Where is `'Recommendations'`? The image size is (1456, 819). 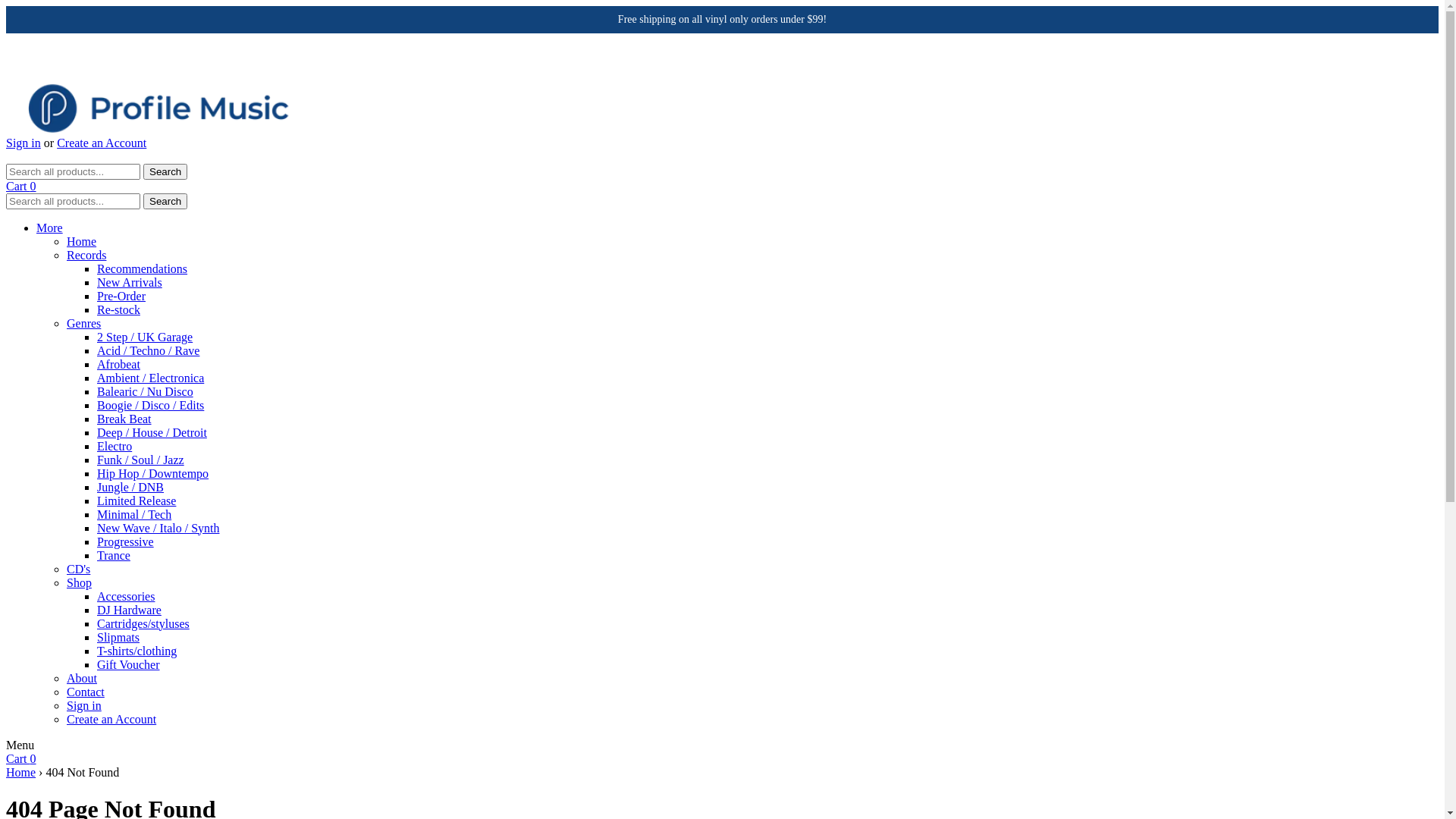 'Recommendations' is located at coordinates (96, 268).